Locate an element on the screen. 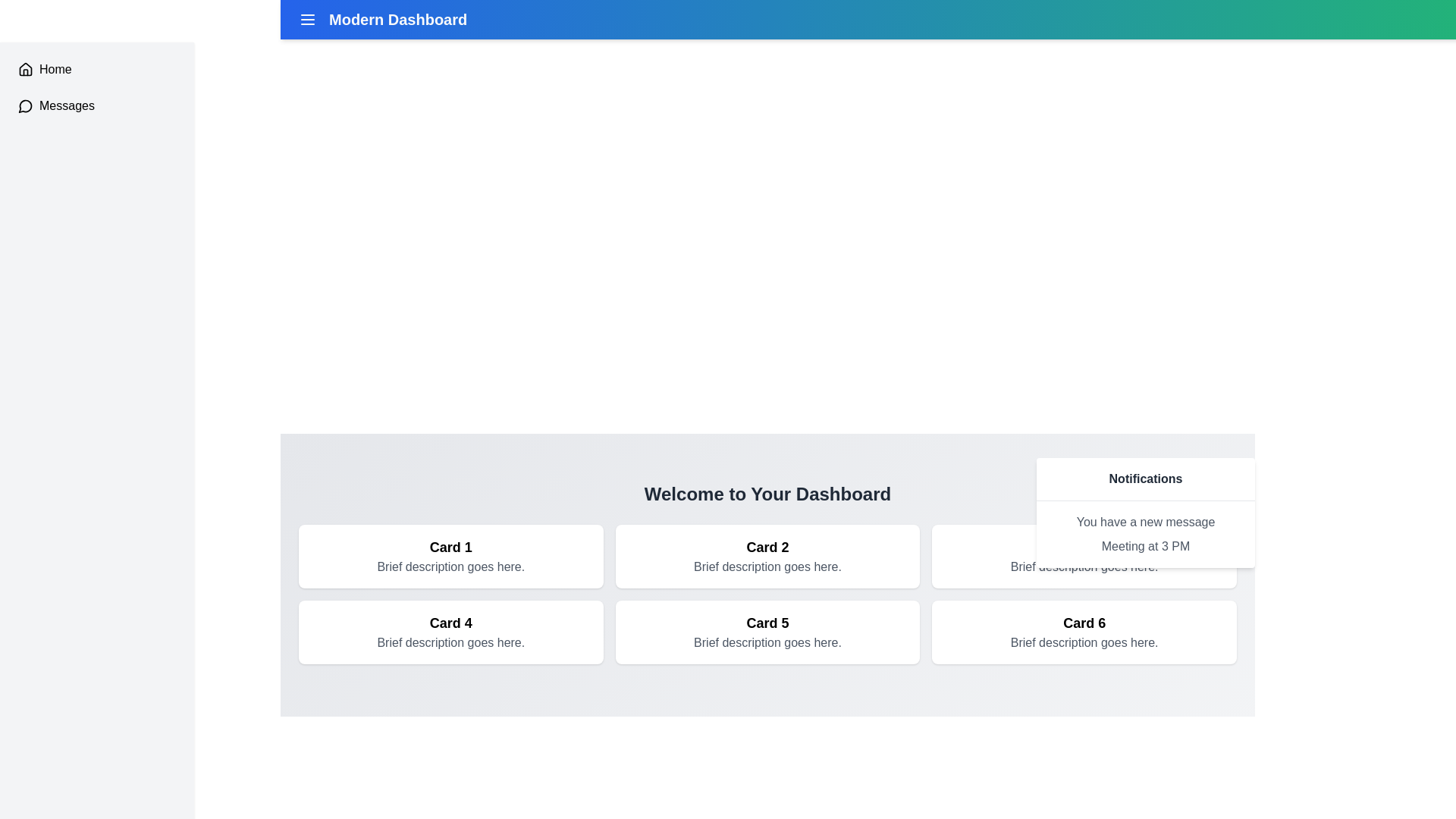  the 'Messages' button, which is the second item in the vertical list of menu items on the left sidebar is located at coordinates (96, 105).